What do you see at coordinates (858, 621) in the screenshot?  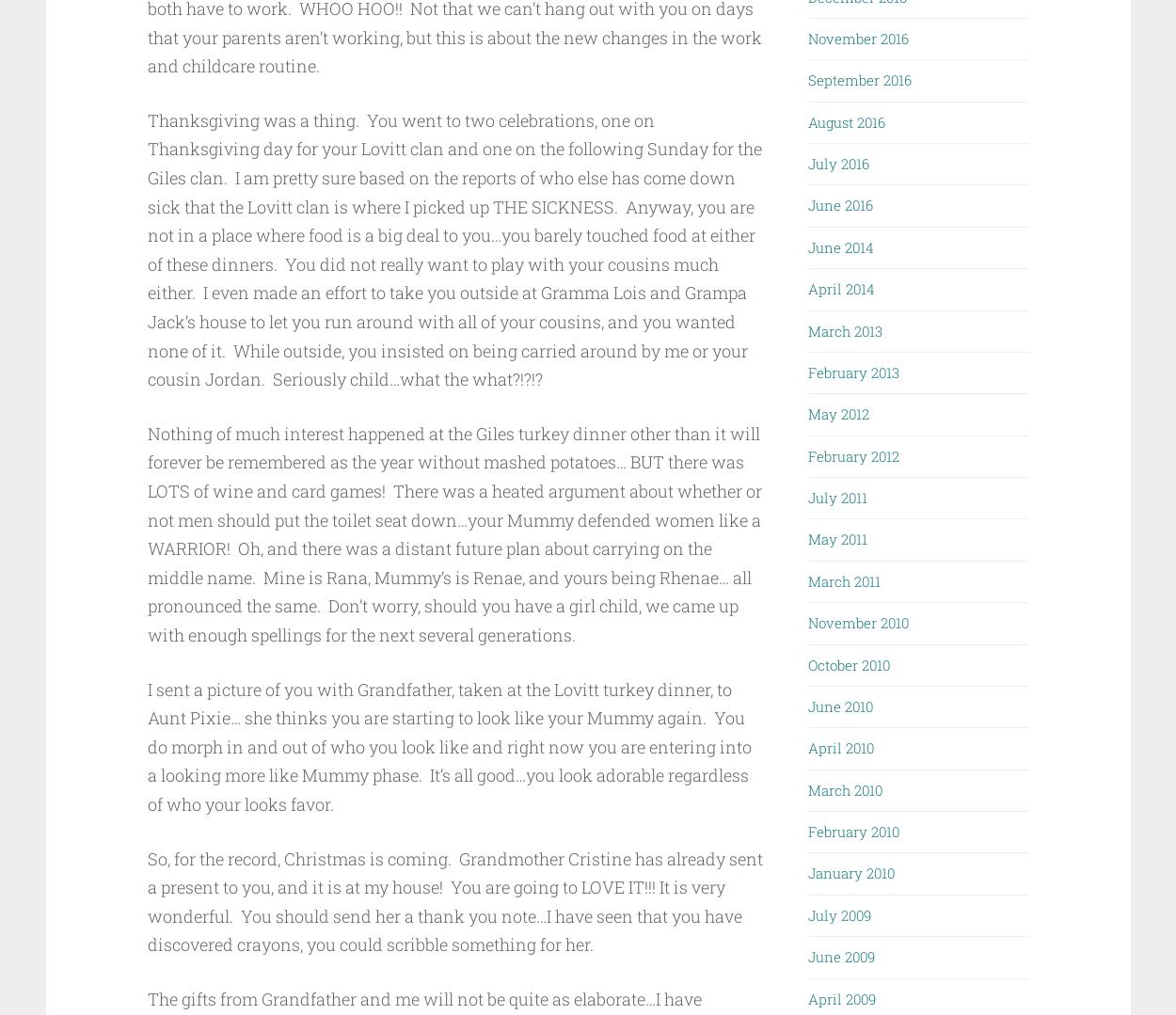 I see `'November 2010'` at bounding box center [858, 621].